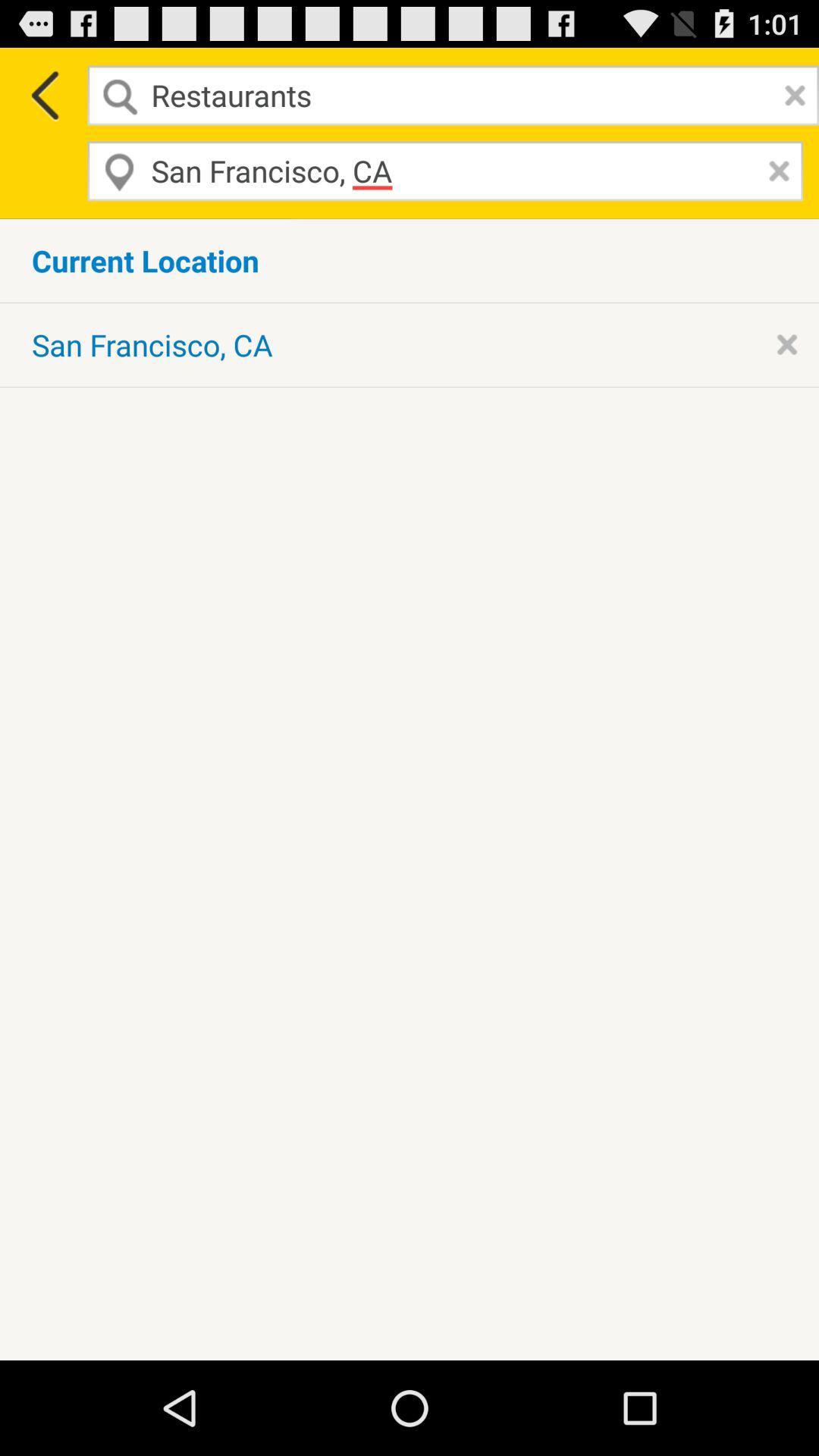 The image size is (819, 1456). Describe the element at coordinates (790, 94) in the screenshot. I see `clear search field` at that location.